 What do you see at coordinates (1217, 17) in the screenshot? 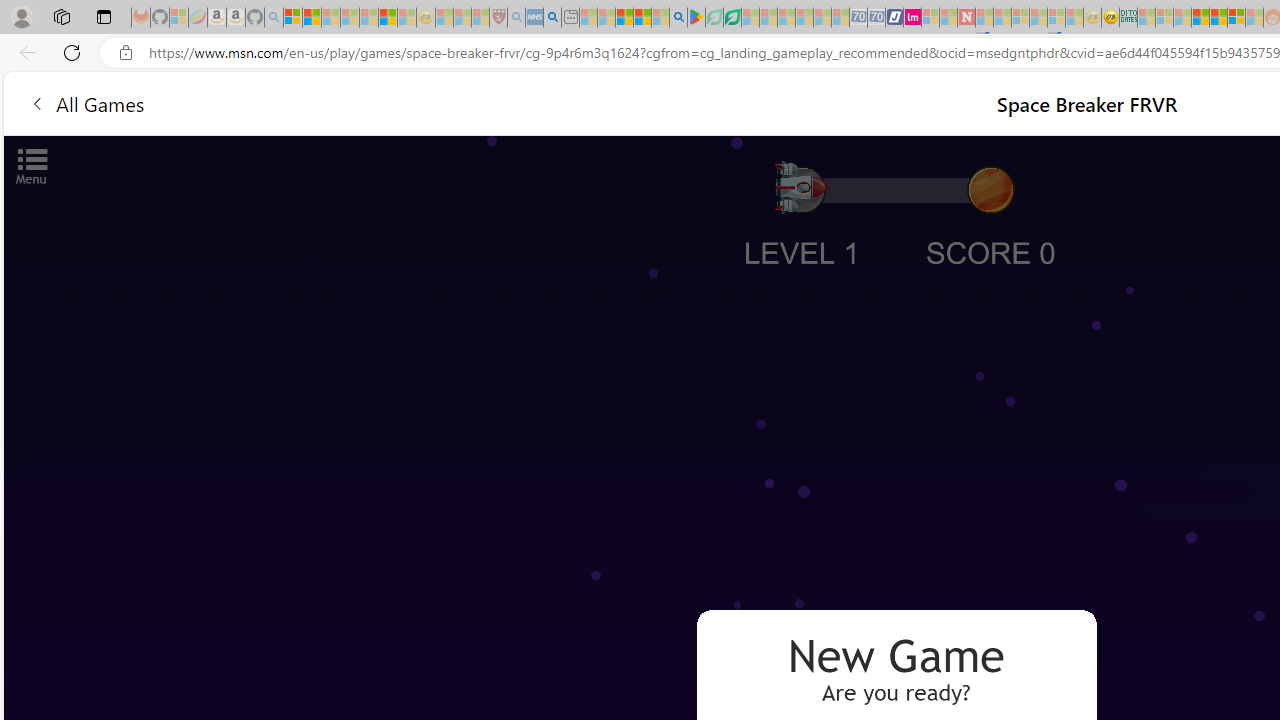
I see `'Kinda Frugal - MSN'` at bounding box center [1217, 17].